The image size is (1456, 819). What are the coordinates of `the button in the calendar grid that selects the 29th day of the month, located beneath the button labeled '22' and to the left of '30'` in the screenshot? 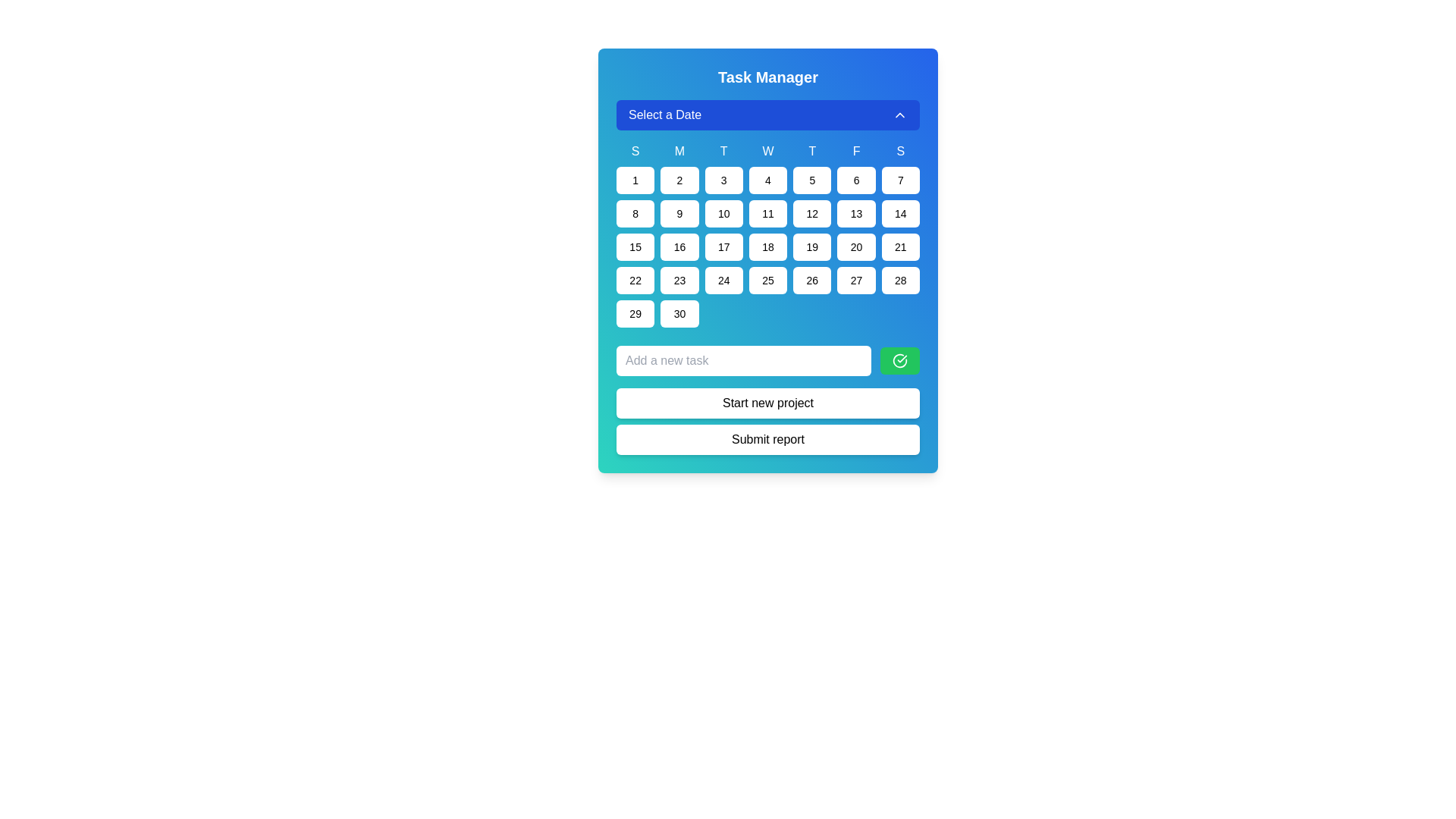 It's located at (635, 312).